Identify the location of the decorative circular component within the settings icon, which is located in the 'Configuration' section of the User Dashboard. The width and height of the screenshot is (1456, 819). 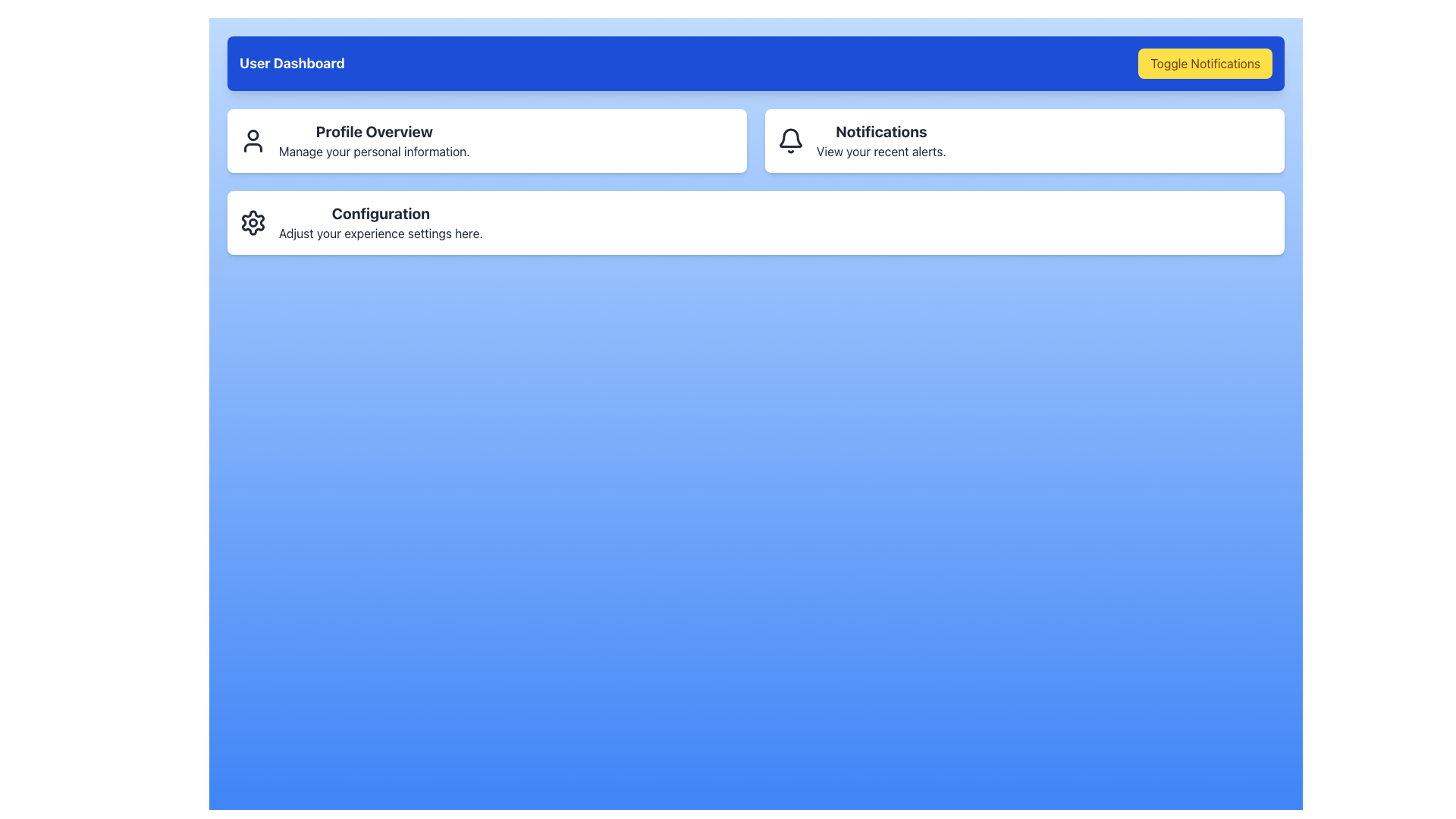
(253, 222).